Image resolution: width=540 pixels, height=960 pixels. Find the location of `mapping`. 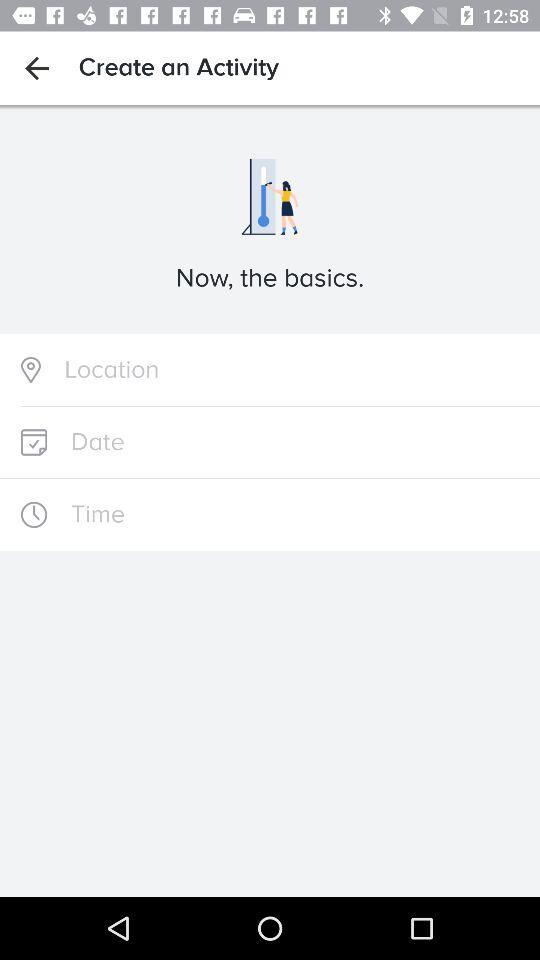

mapping is located at coordinates (270, 369).